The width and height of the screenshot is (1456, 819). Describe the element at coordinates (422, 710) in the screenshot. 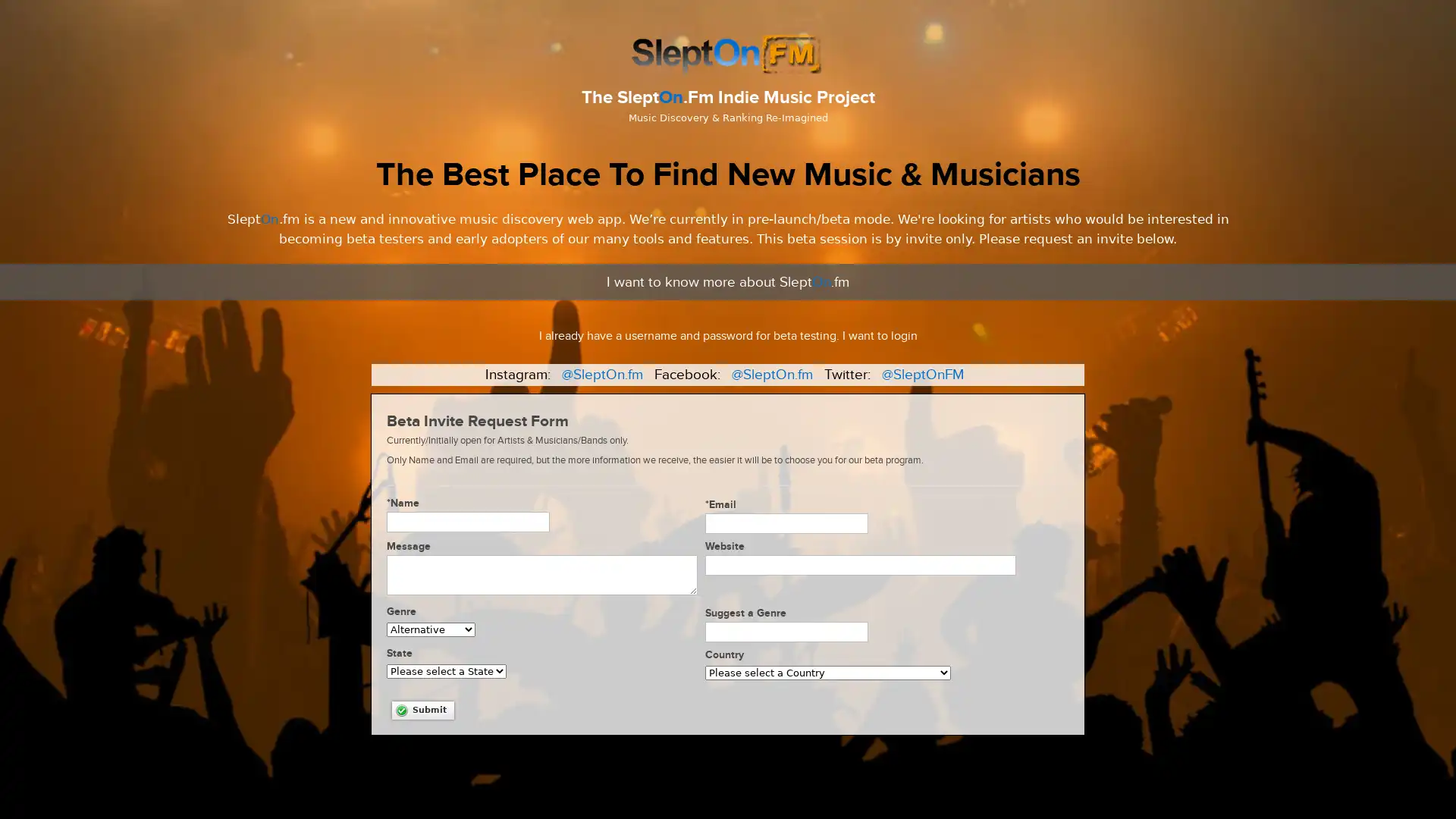

I see `Submit` at that location.